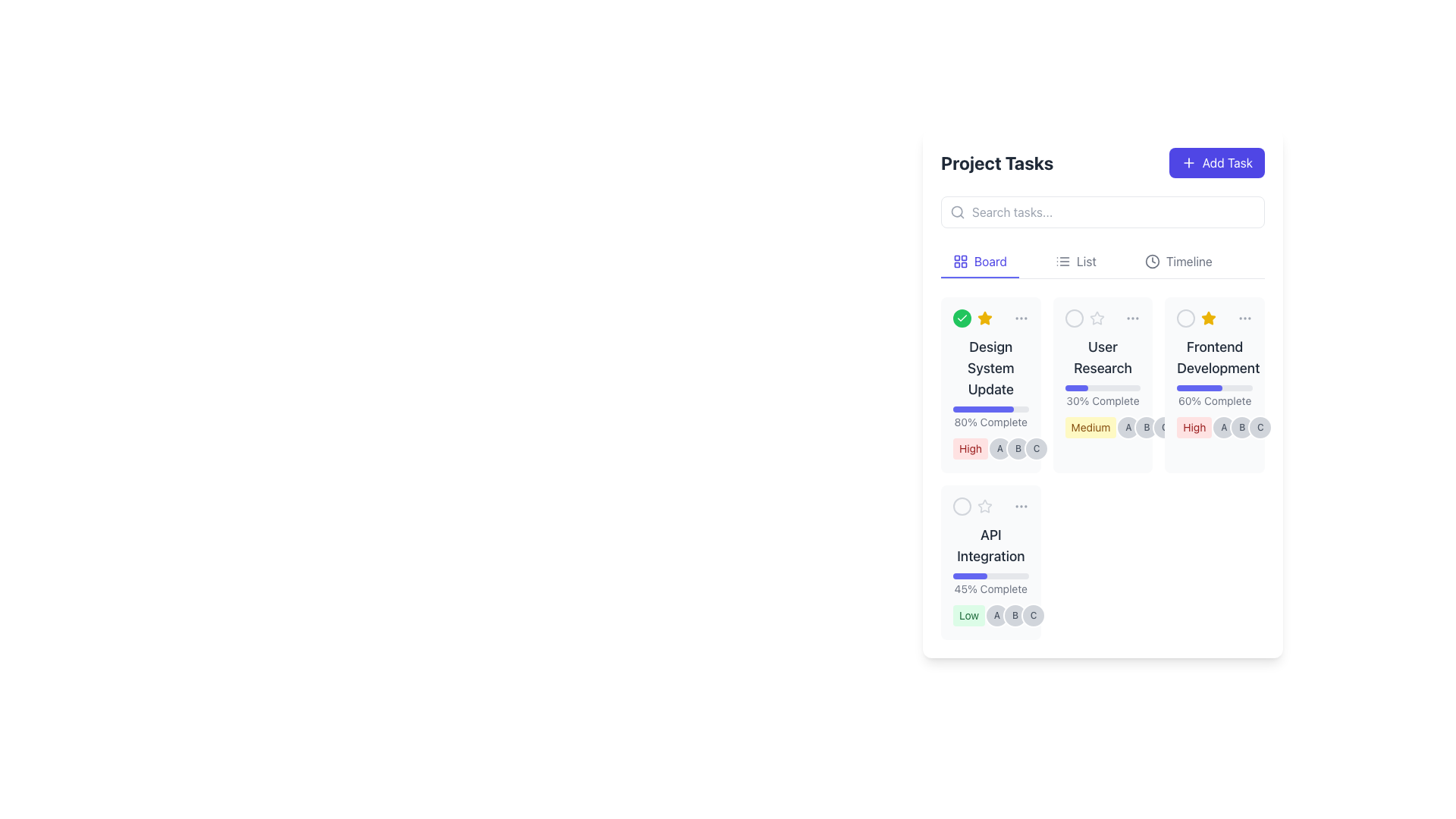 This screenshot has width=1456, height=819. I want to click on the 'Add Task' button located in the top-right corner of the 'Project Tasks' panel, so click(1216, 163).